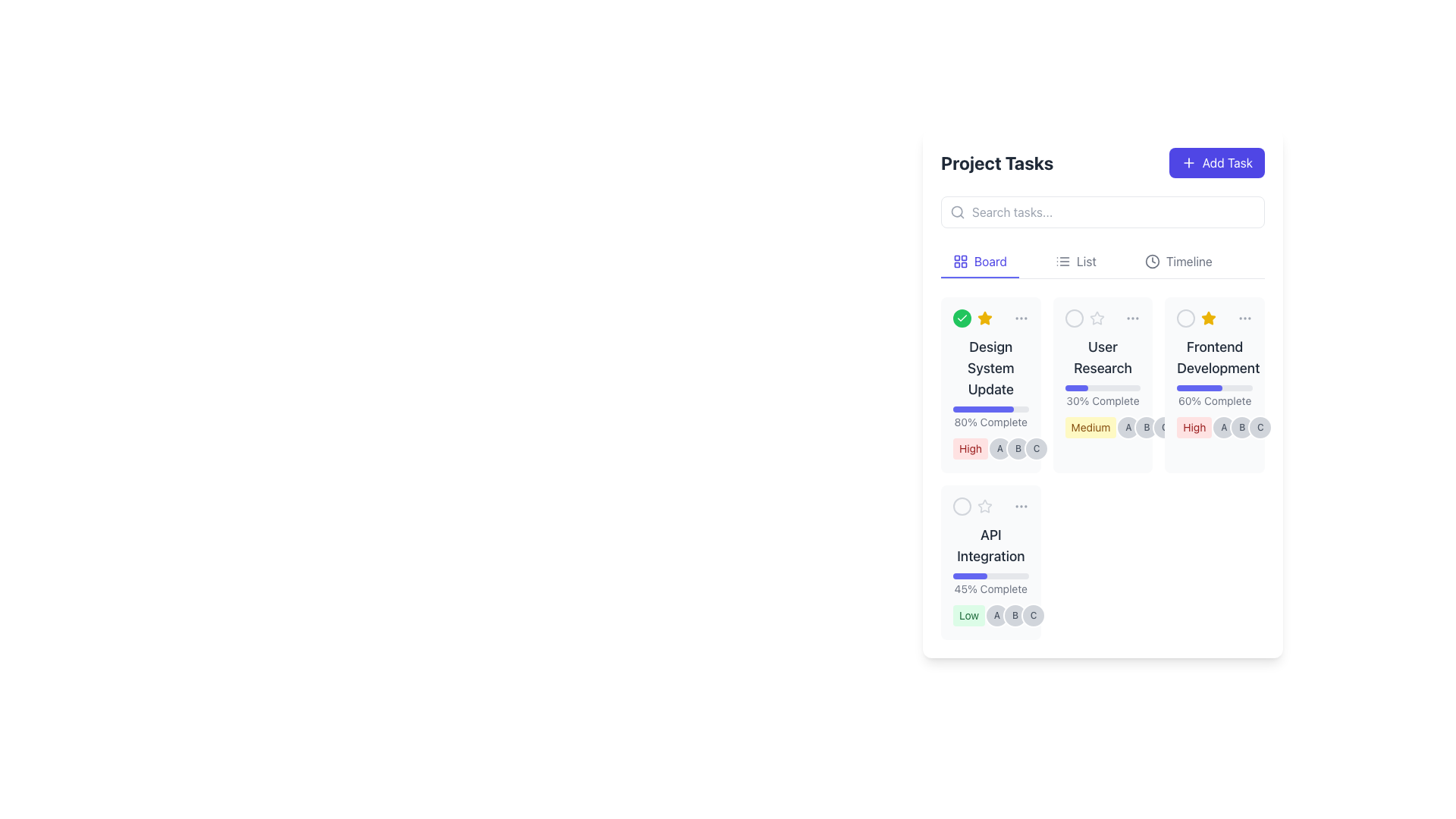 This screenshot has width=1456, height=819. I want to click on the 'Add Task' button located in the top-right corner of the 'Project Tasks' panel, so click(1216, 163).